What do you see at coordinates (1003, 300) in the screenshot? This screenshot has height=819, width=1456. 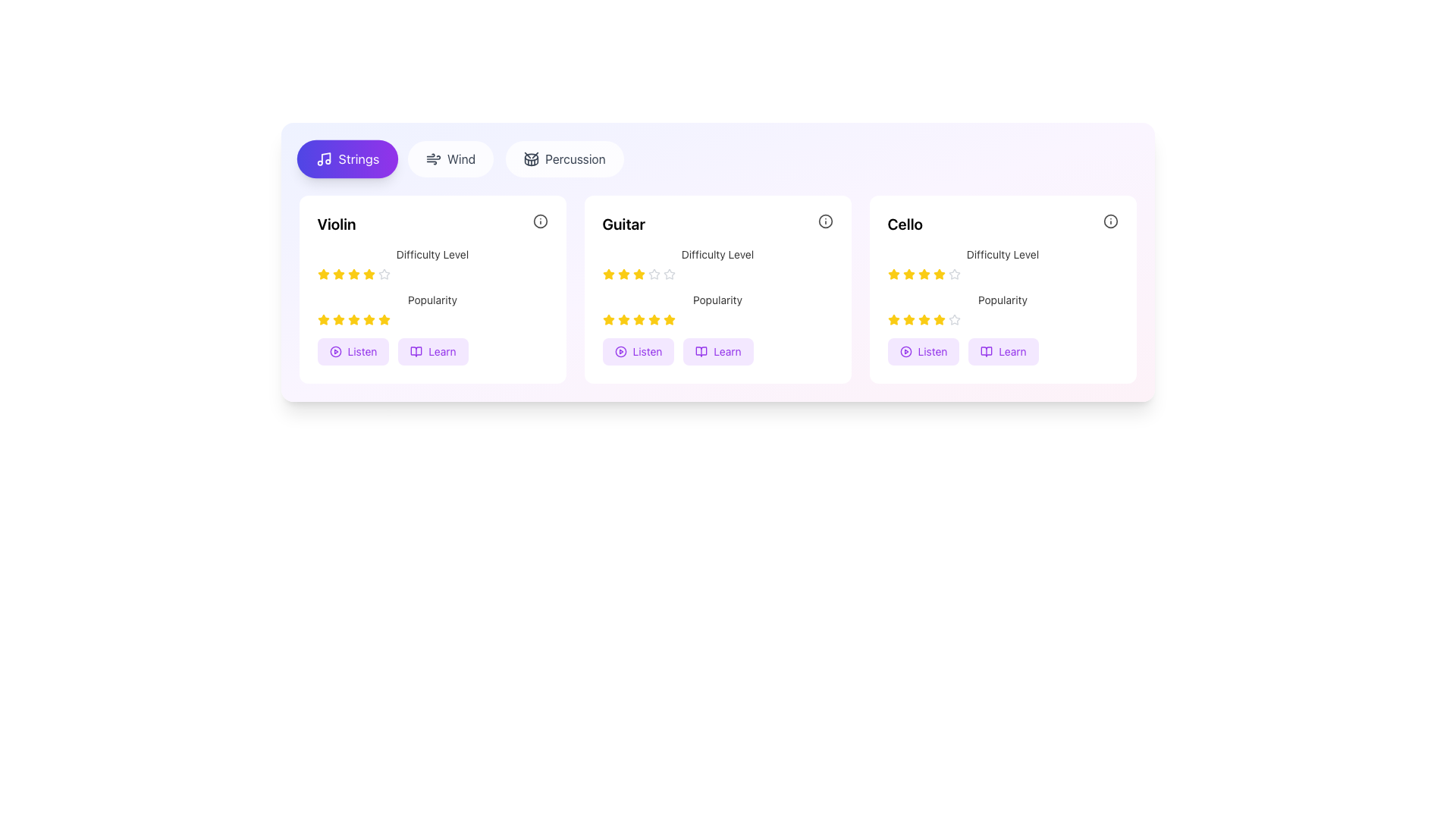 I see `the 'Popularity' text label which is centrally aligned underneath a row of yellow stars in the third card dedicated to 'Cello'` at bounding box center [1003, 300].